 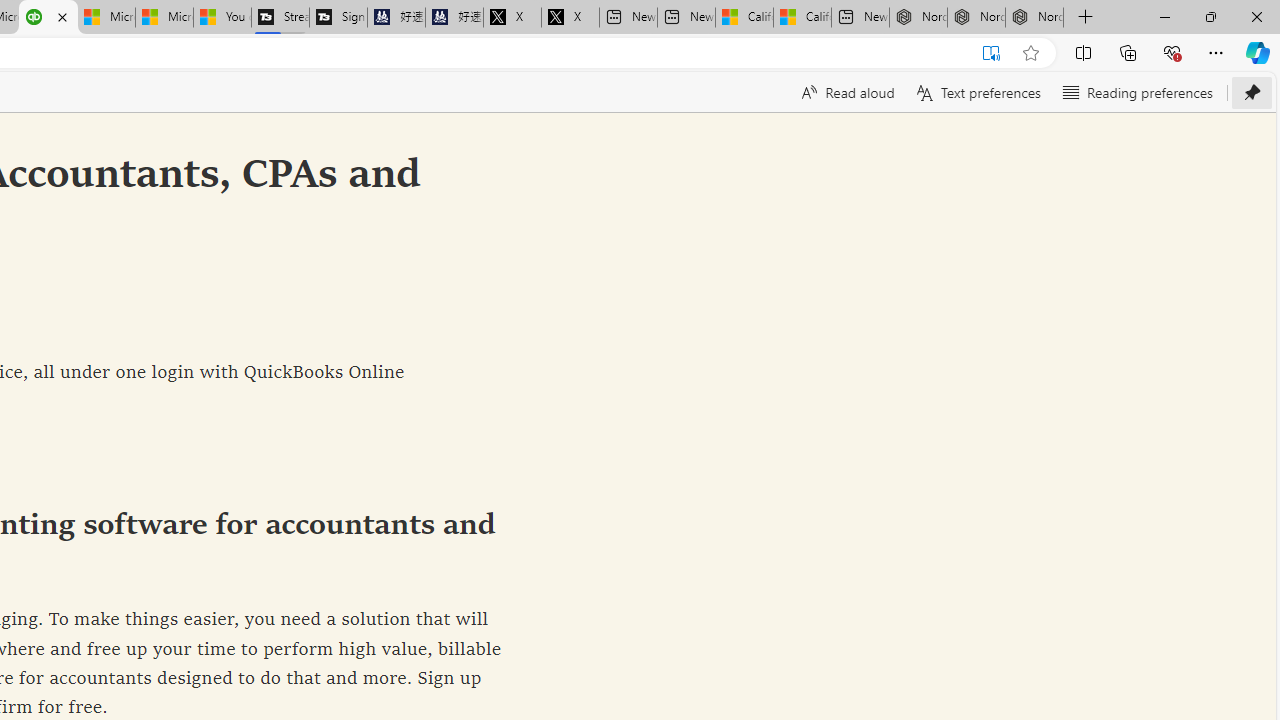 I want to click on 'Read aloud', so click(x=846, y=92).